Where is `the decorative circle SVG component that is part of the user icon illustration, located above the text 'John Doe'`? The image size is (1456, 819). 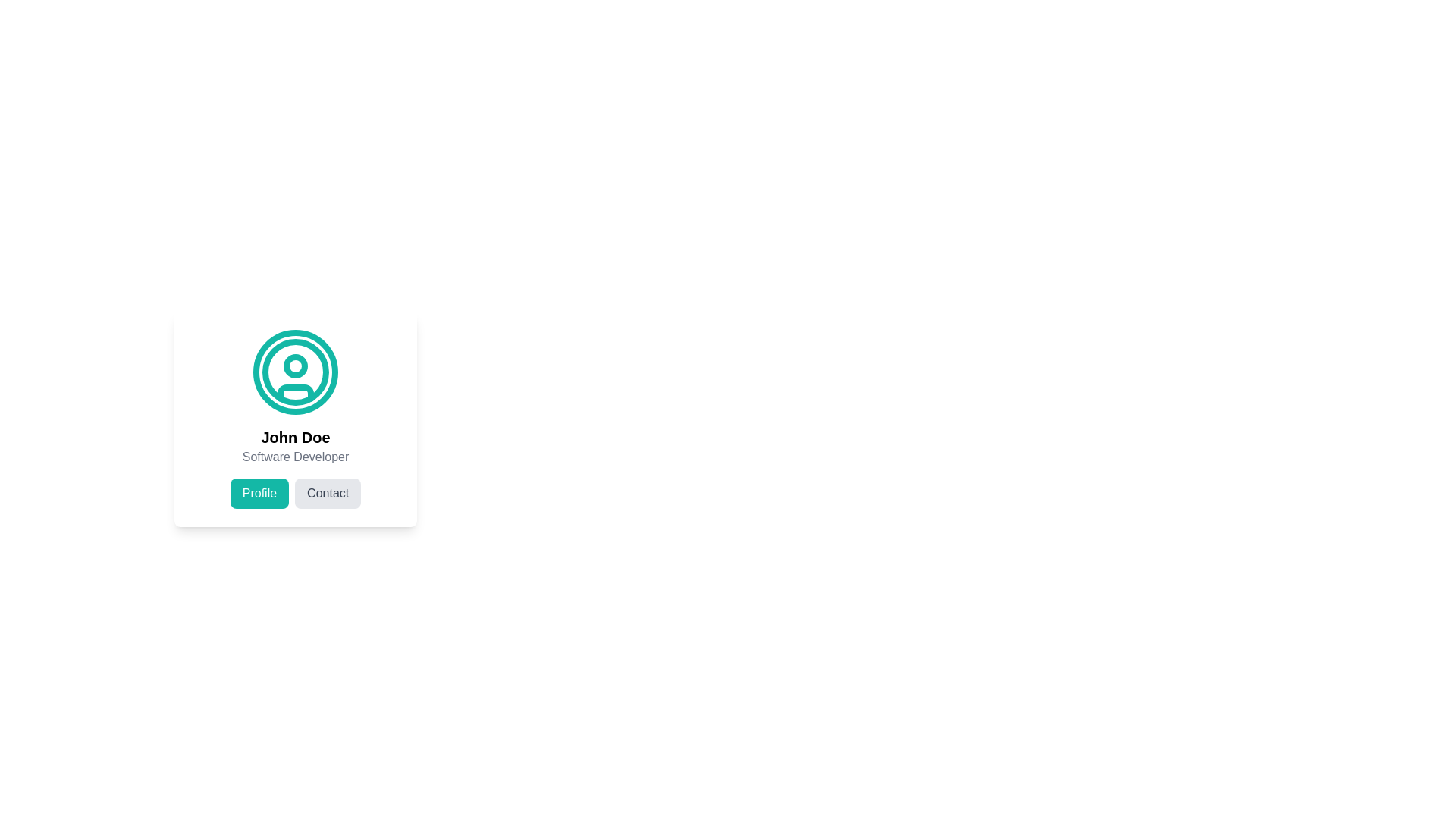
the decorative circle SVG component that is part of the user icon illustration, located above the text 'John Doe' is located at coordinates (295, 372).